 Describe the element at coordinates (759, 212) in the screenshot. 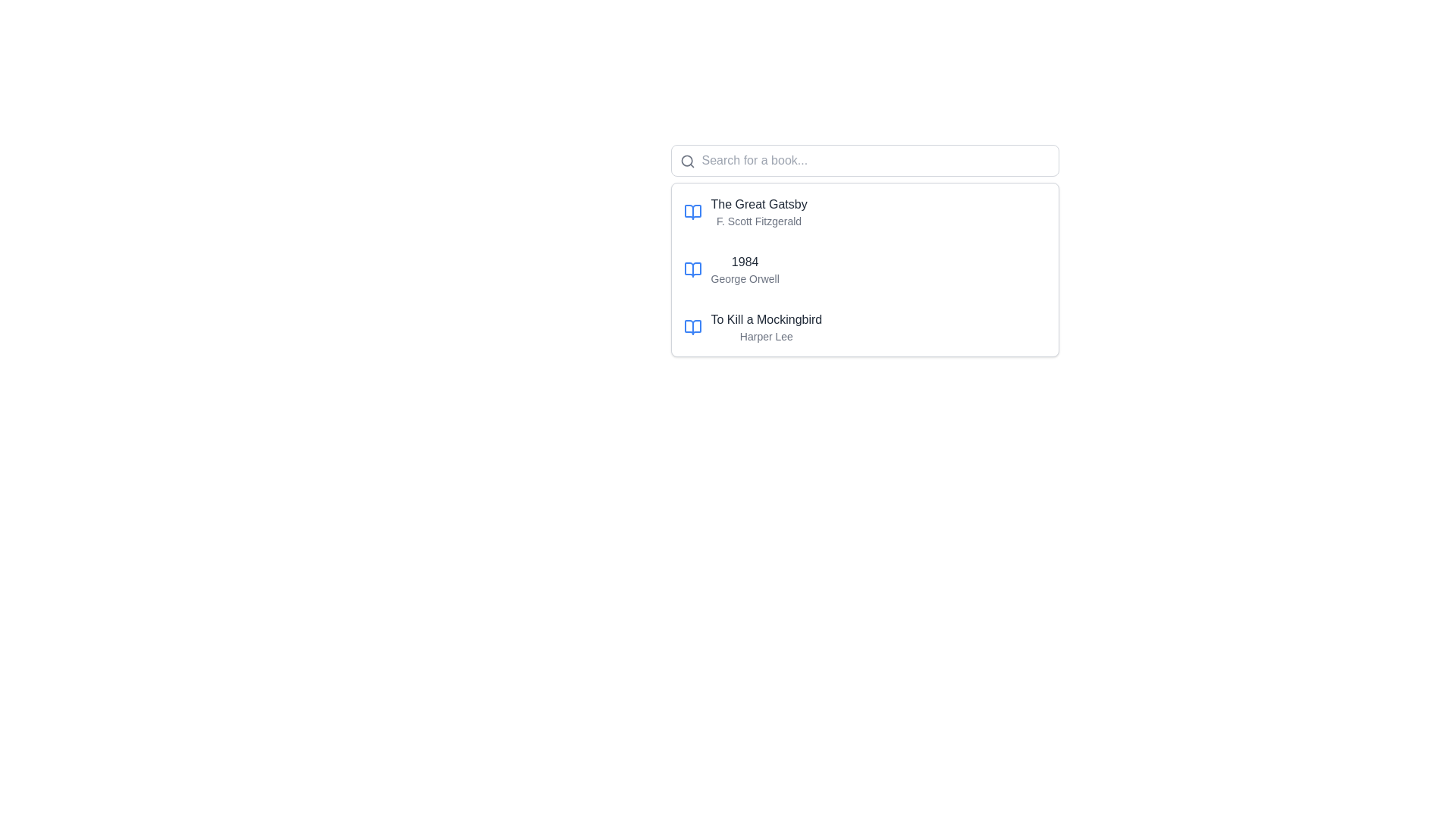

I see `the title and subtitle text element of the book 'The Great Gatsby' by F. Scott Fitzgerald` at that location.